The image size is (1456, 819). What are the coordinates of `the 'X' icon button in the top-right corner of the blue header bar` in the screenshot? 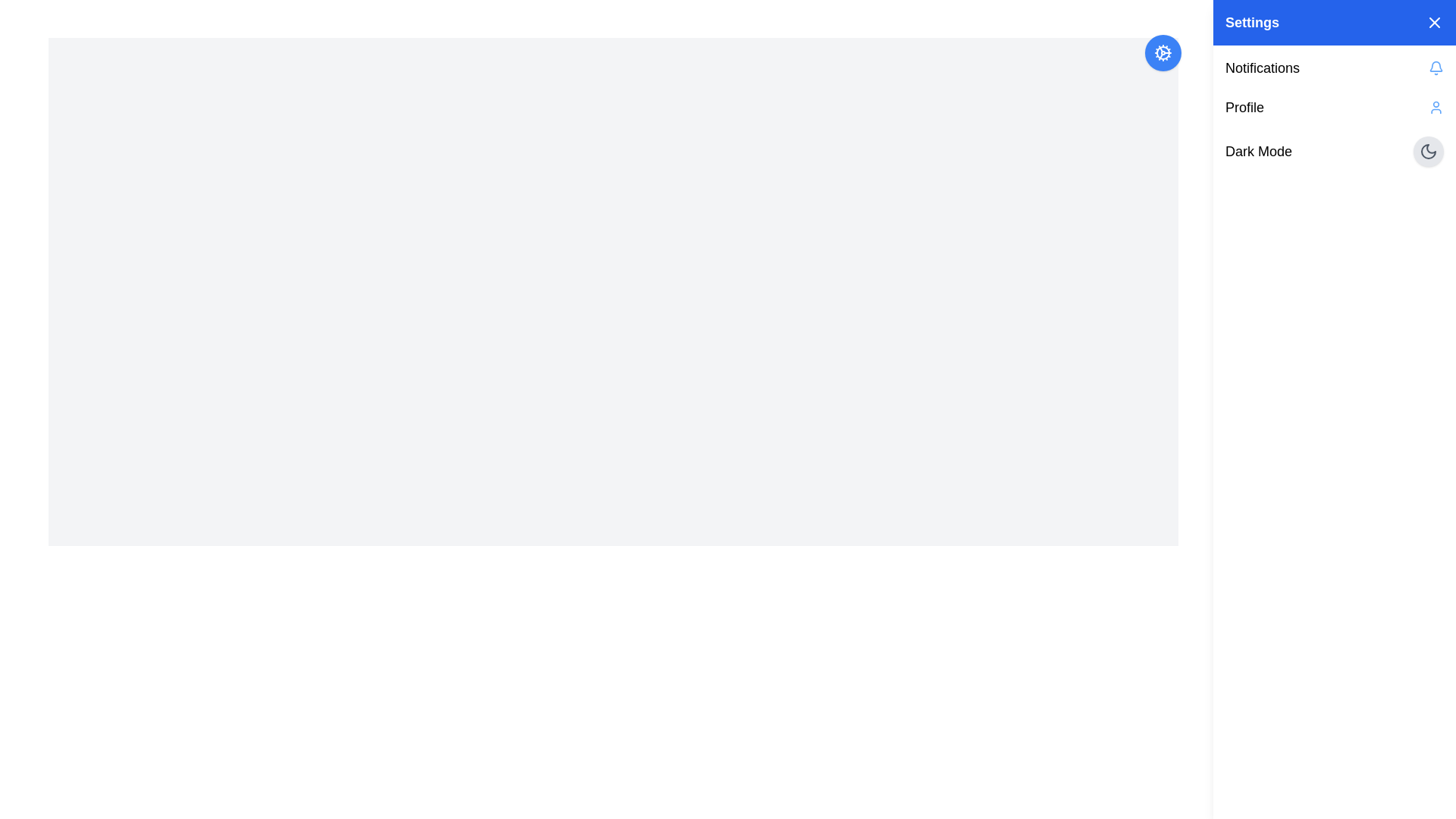 It's located at (1433, 23).